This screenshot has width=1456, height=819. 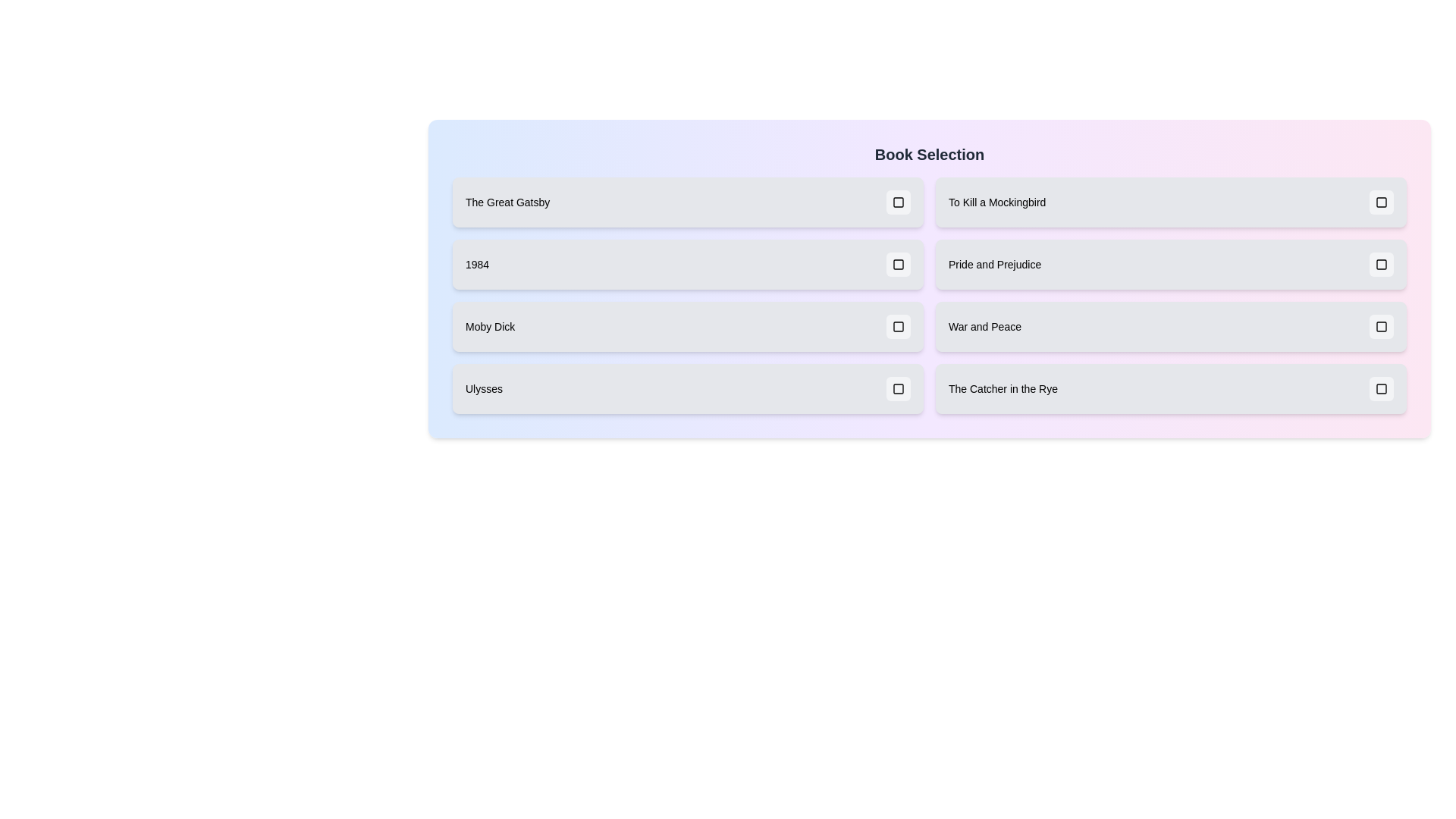 I want to click on the book item labeled 'Ulysses' to observe its visual transition, so click(x=687, y=388).